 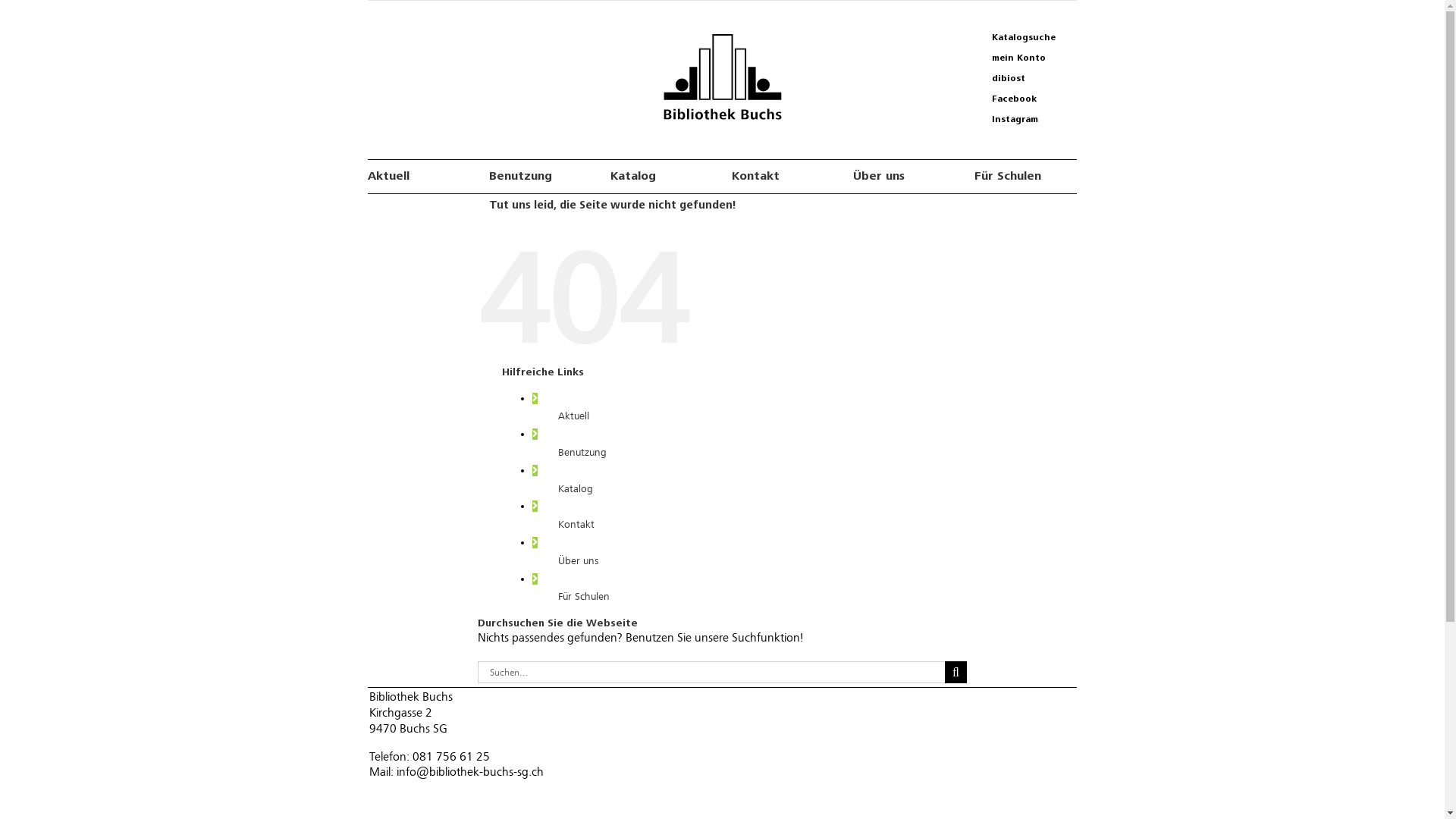 What do you see at coordinates (582, 451) in the screenshot?
I see `'Benutzung'` at bounding box center [582, 451].